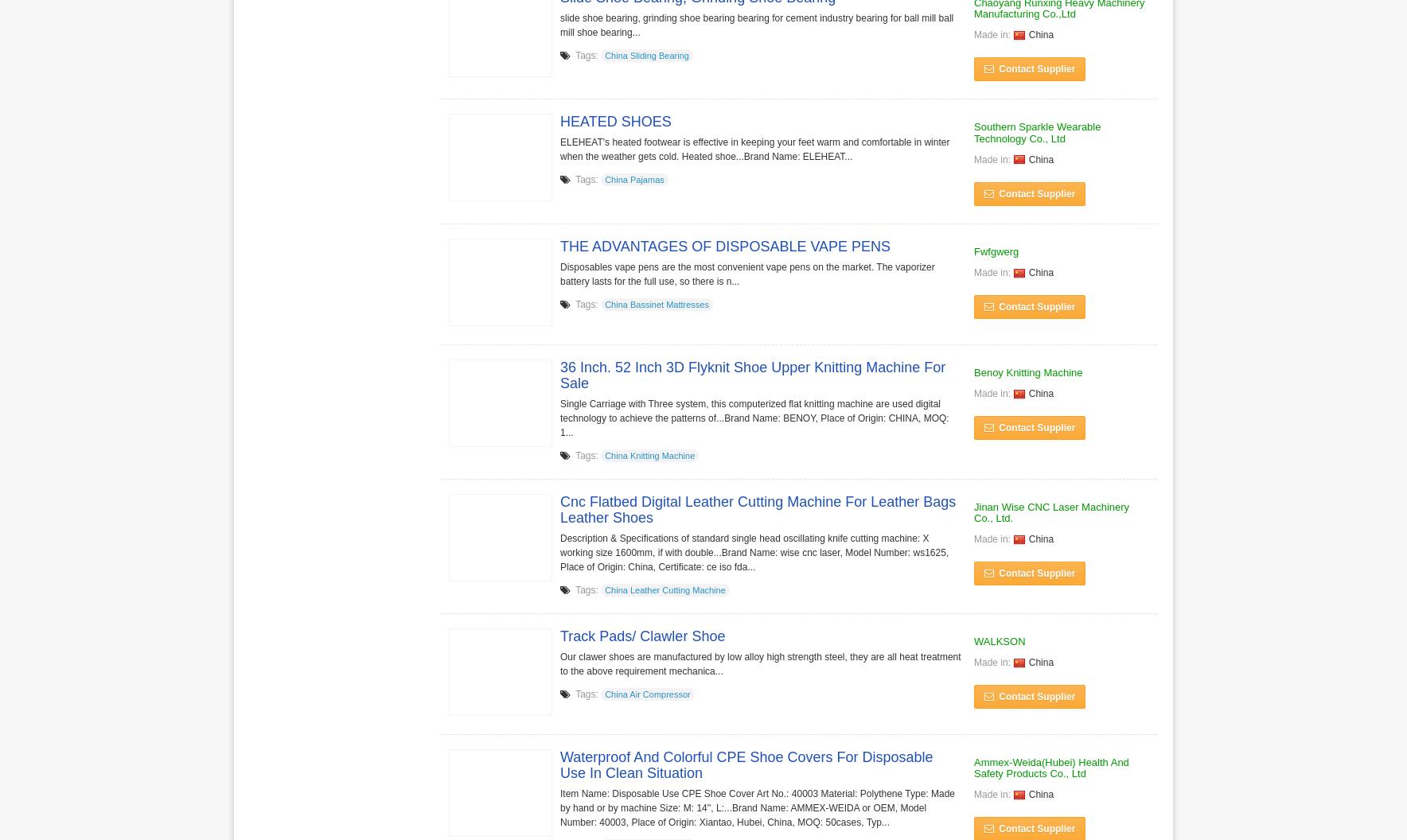  Describe the element at coordinates (746, 273) in the screenshot. I see `'Disposables vape pens are the most convenient vape pens on the market. The vaporizer battery lasts for the full use, so there is n...'` at that location.